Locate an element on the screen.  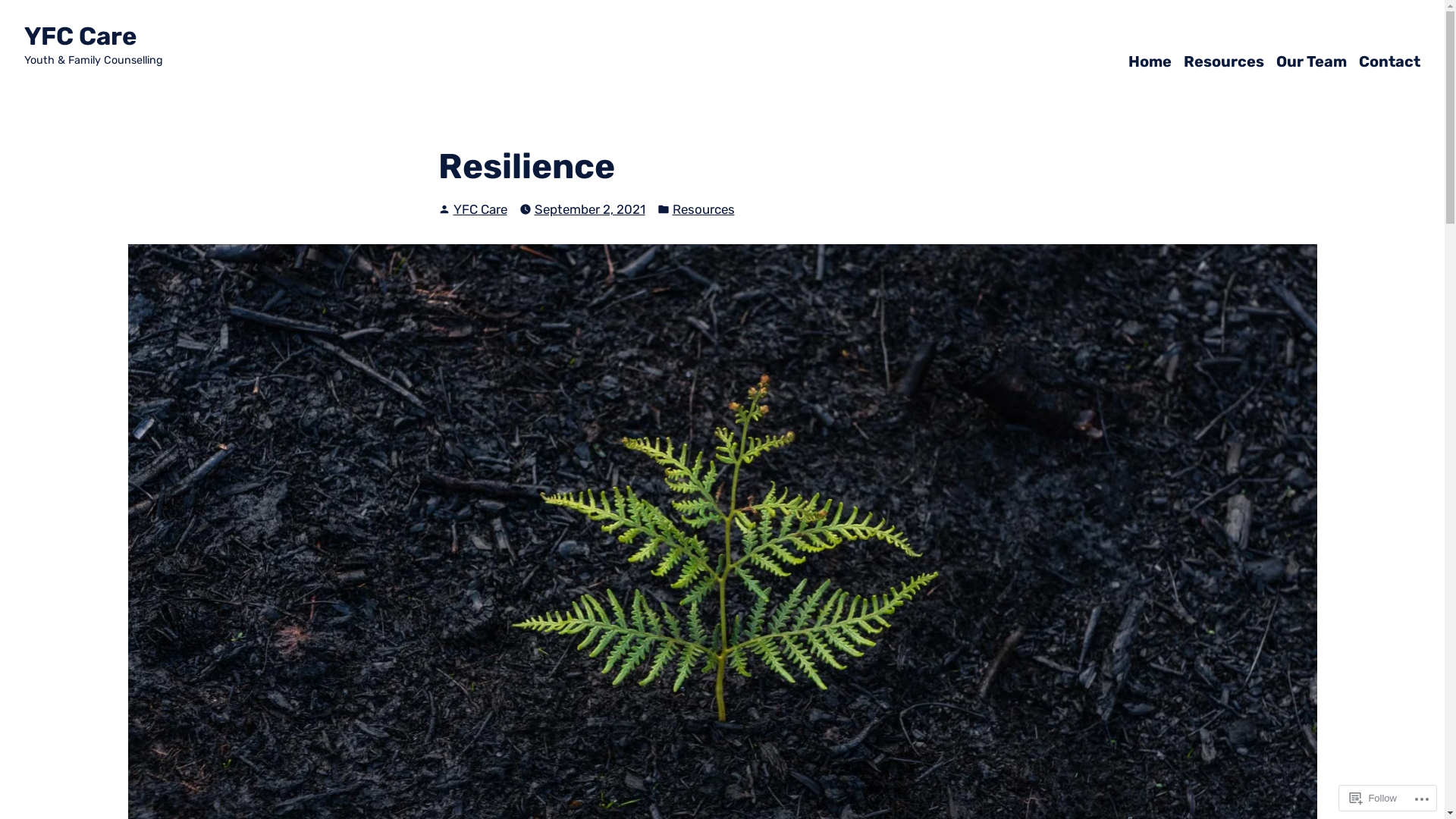
'September 2, 2021' is located at coordinates (588, 209).